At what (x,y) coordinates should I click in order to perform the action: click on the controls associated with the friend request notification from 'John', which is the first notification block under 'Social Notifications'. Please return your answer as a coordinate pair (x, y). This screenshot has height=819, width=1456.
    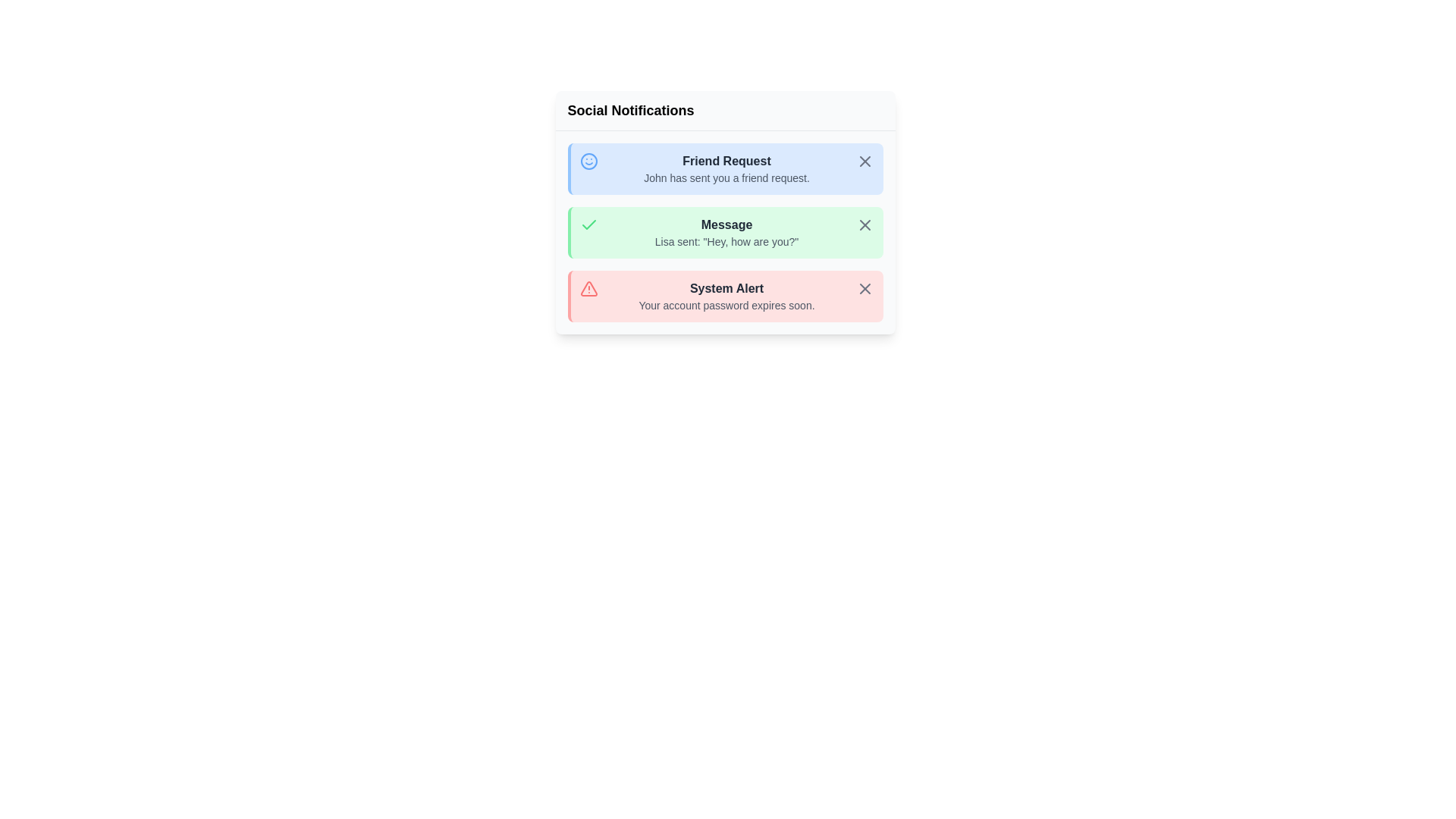
    Looking at the image, I should click on (726, 169).